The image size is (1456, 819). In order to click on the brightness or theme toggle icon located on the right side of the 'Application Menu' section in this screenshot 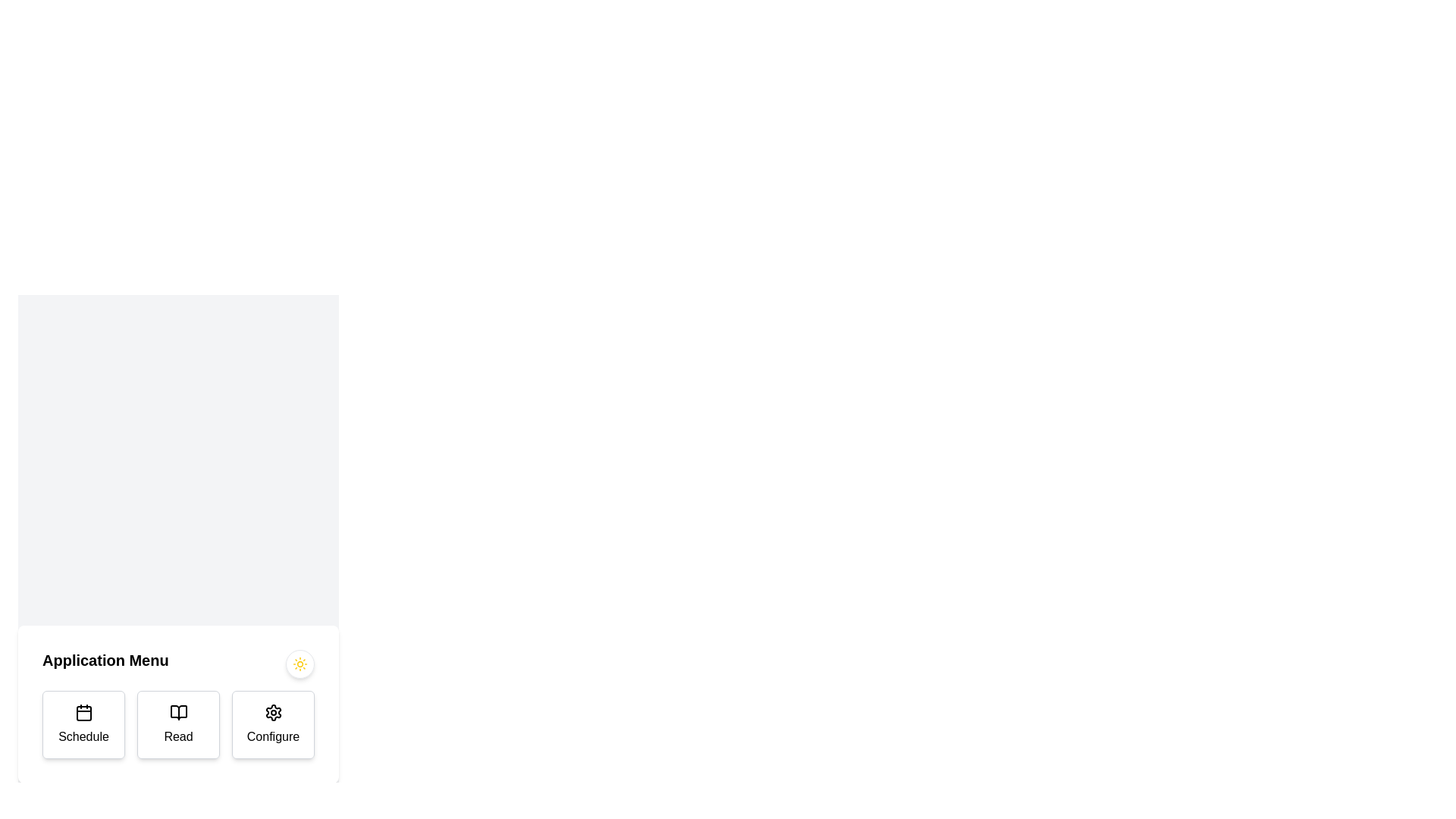, I will do `click(300, 663)`.